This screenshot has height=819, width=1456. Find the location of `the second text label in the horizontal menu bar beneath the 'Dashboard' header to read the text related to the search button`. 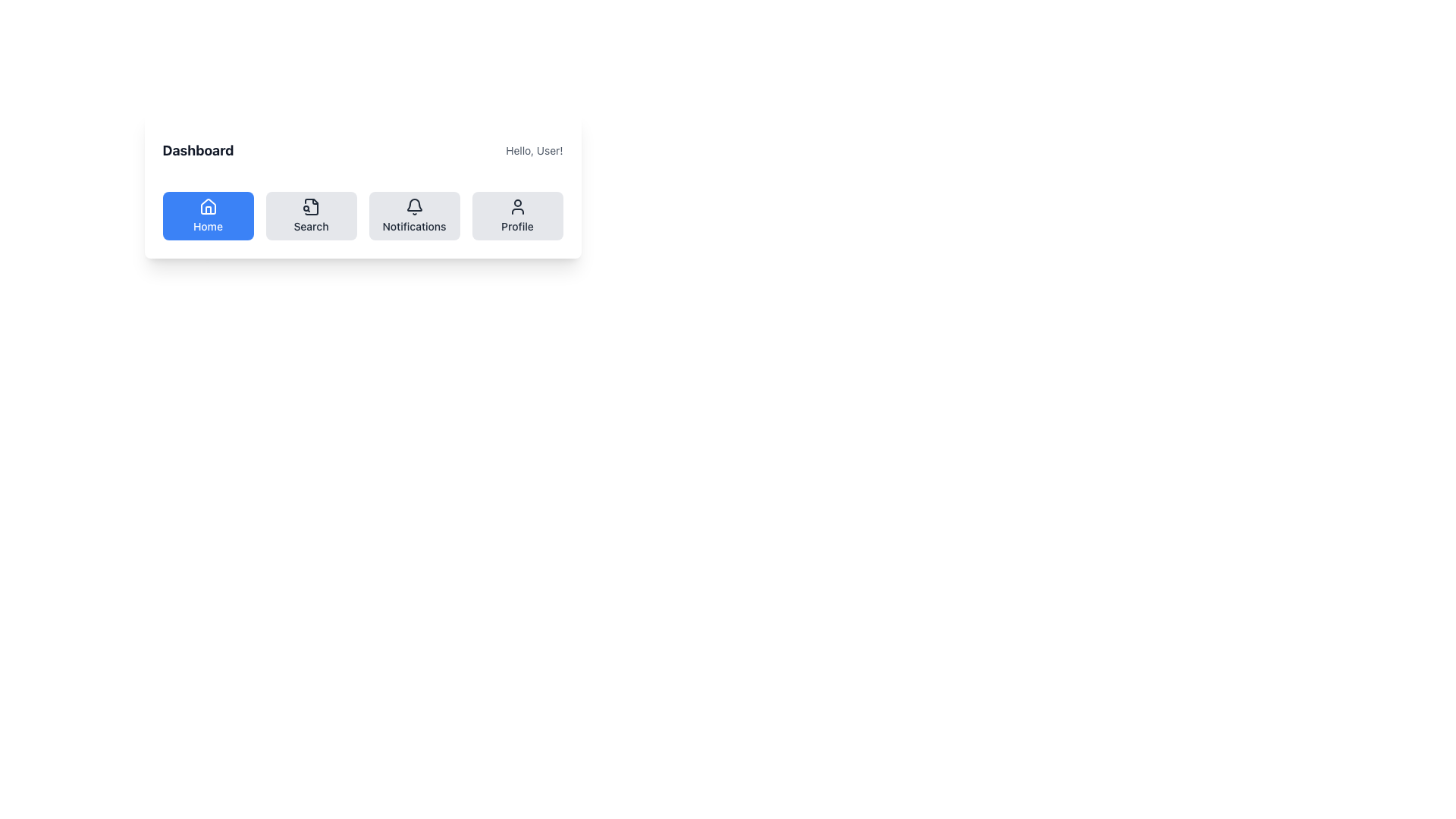

the second text label in the horizontal menu bar beneath the 'Dashboard' header to read the text related to the search button is located at coordinates (310, 227).